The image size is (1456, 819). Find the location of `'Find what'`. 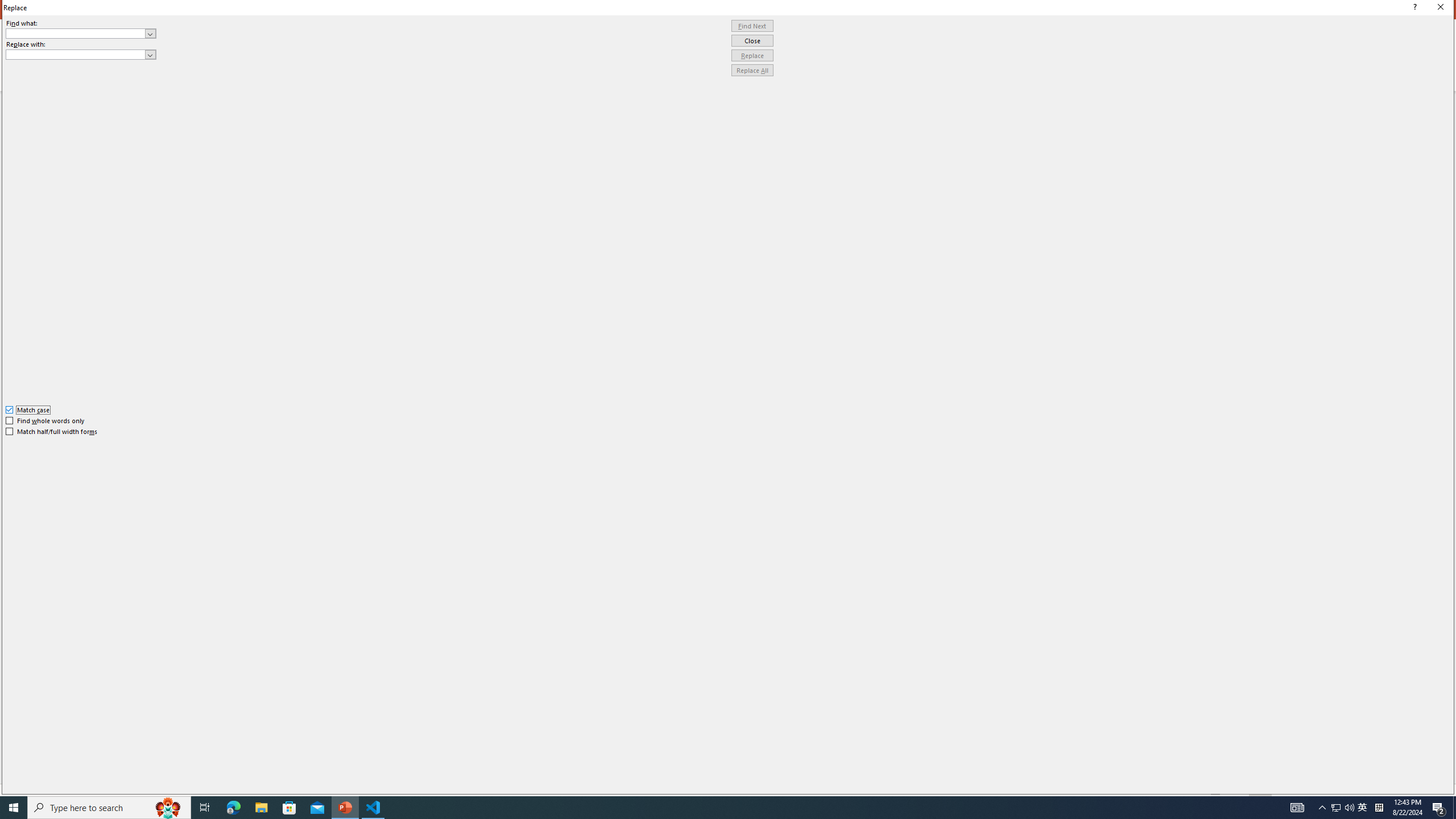

'Find what' is located at coordinates (81, 33).